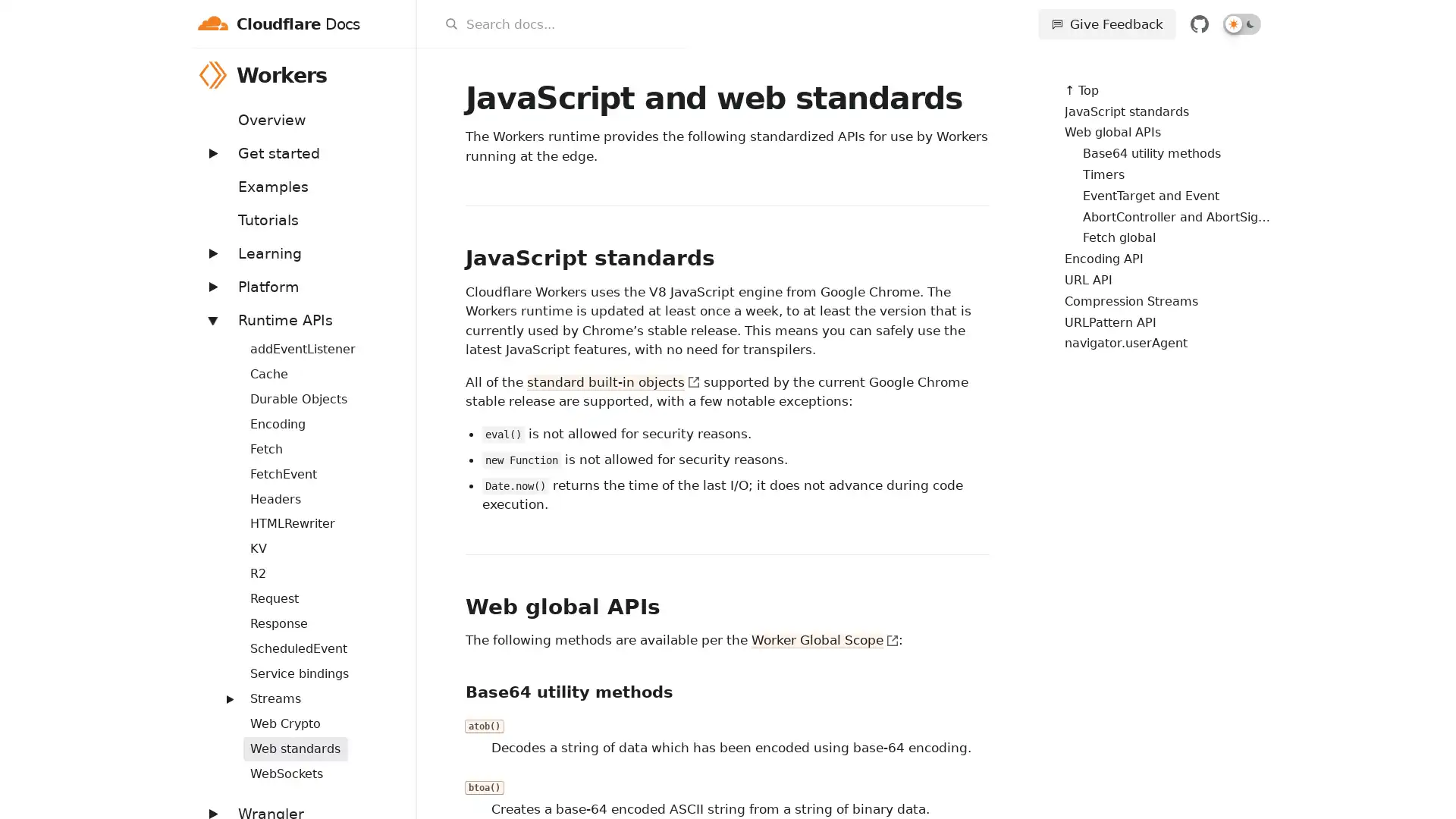 The image size is (1456, 819). Describe the element at coordinates (396, 74) in the screenshot. I see `Workers menu` at that location.